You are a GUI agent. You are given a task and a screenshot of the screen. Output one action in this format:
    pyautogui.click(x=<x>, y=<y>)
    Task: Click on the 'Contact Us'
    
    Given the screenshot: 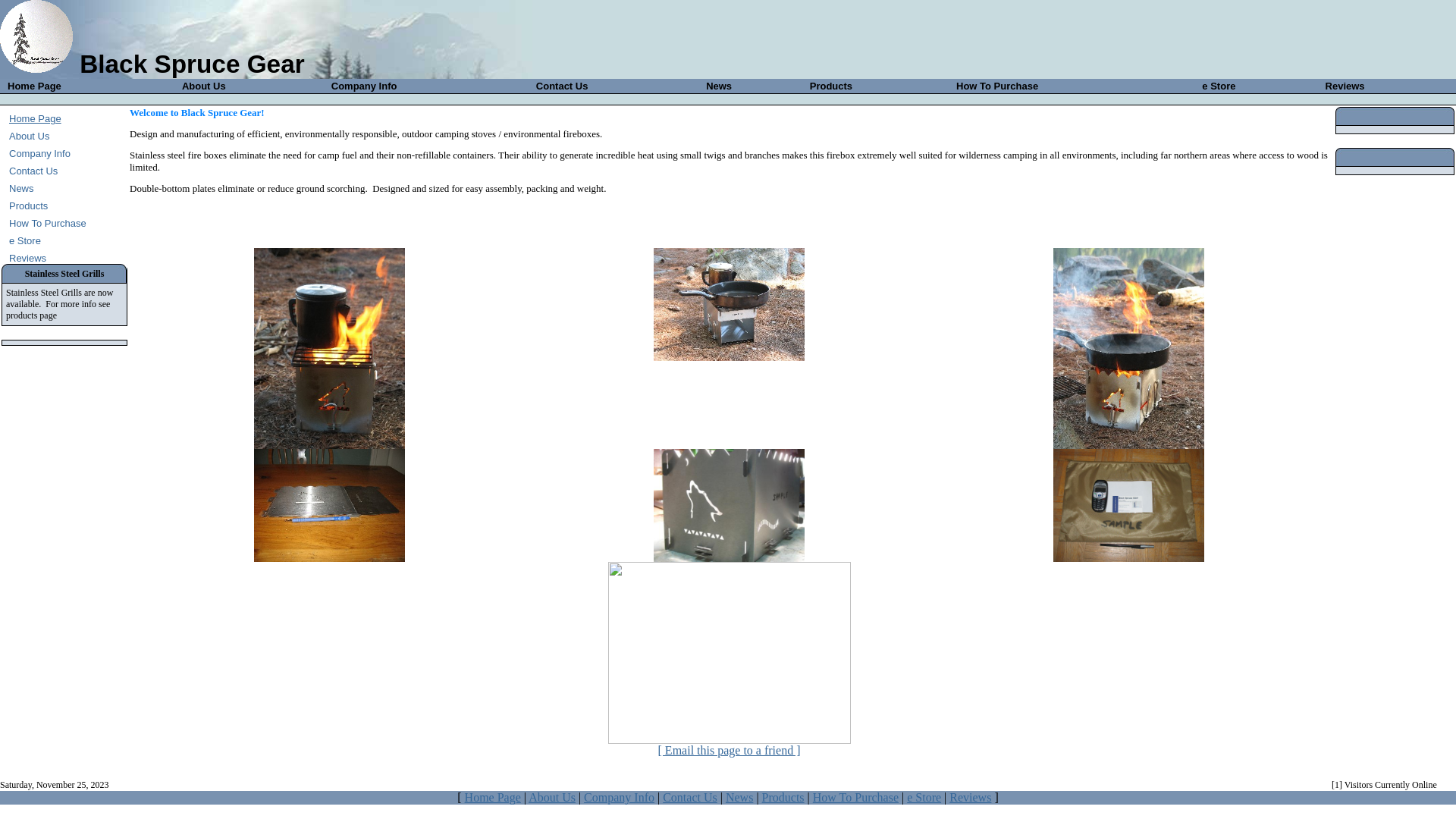 What is the action you would take?
    pyautogui.click(x=561, y=86)
    